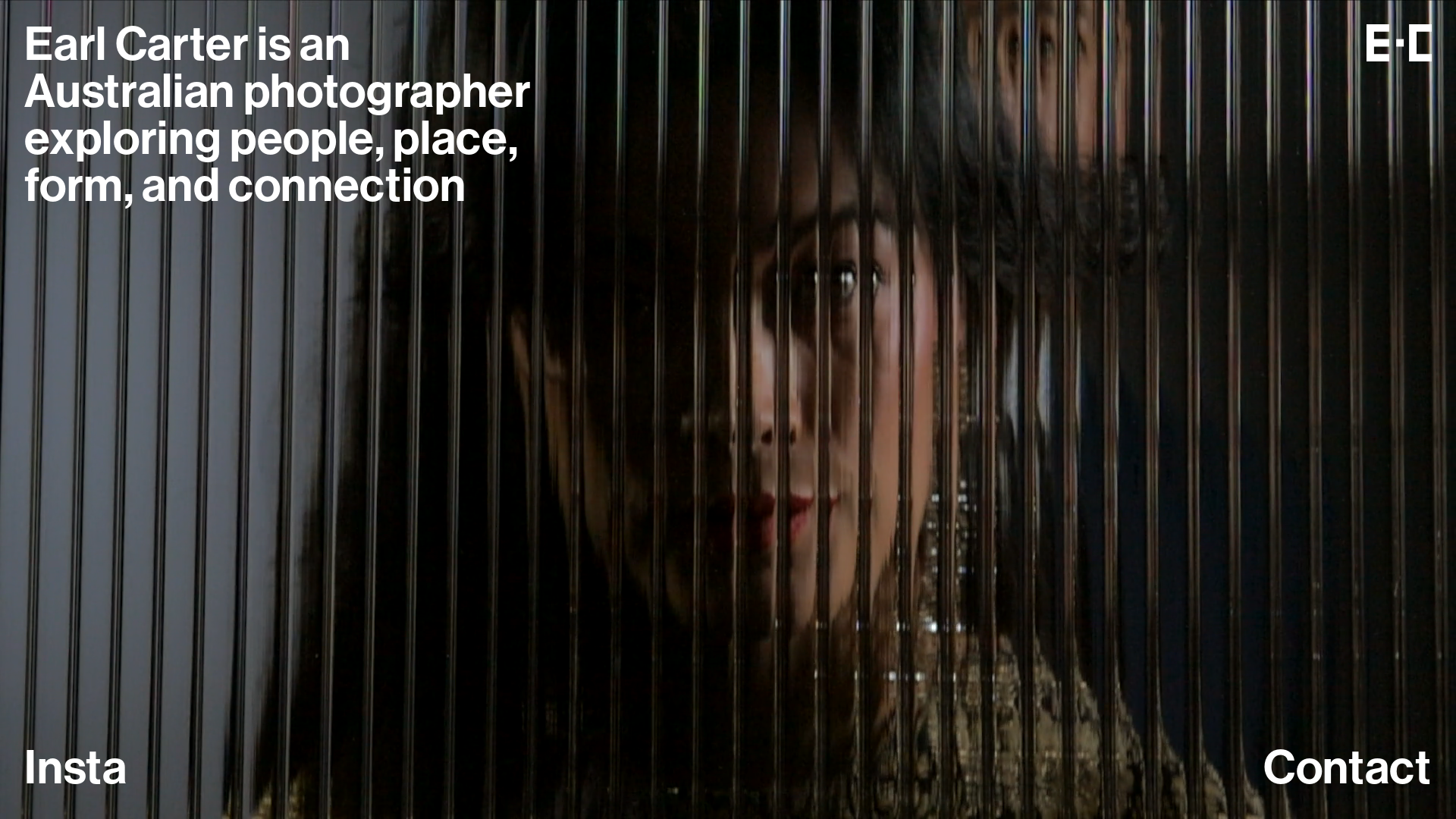  Describe the element at coordinates (1347, 770) in the screenshot. I see `'Contact'` at that location.